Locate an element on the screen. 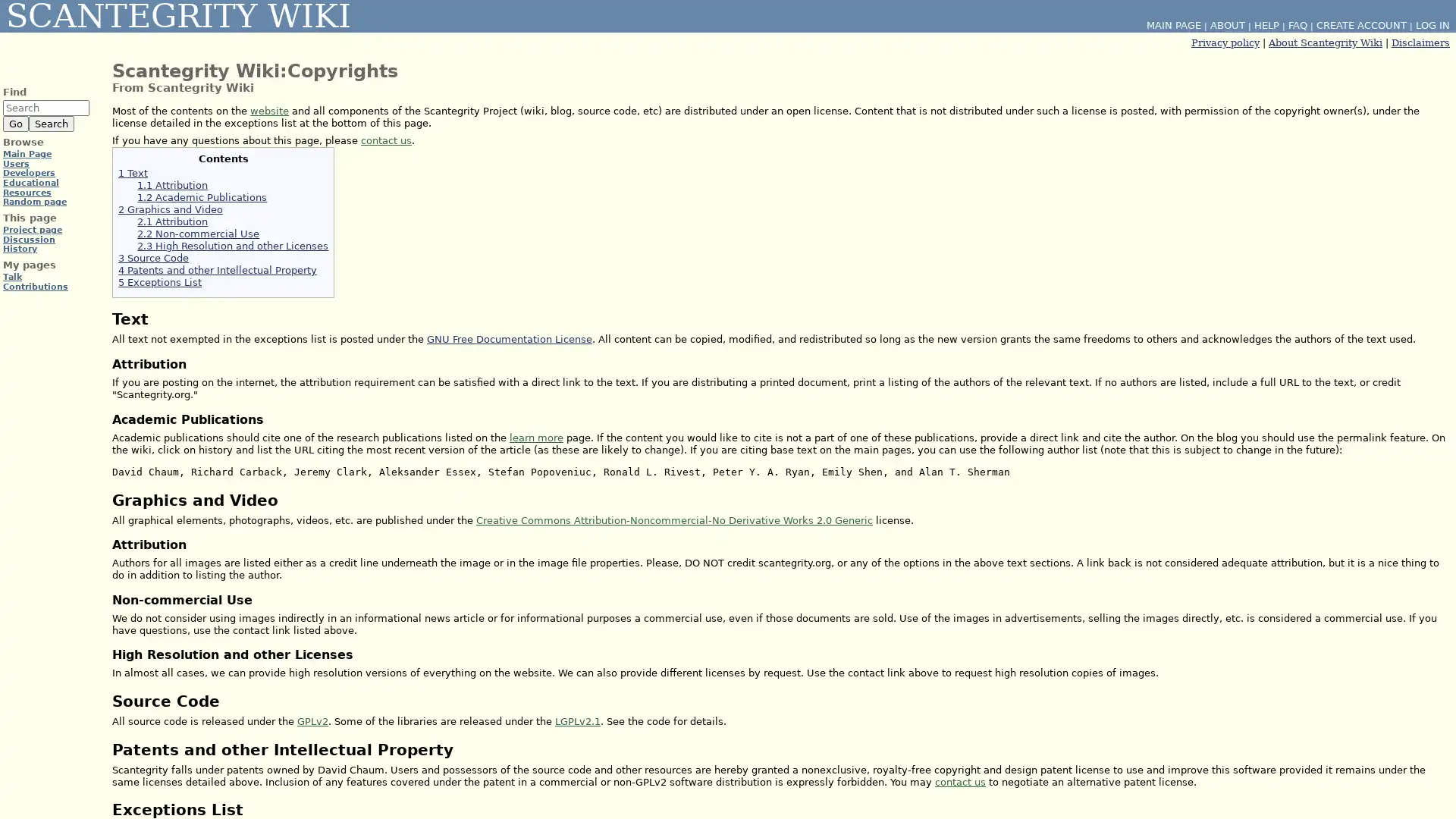 The image size is (1456, 819). Search is located at coordinates (51, 123).